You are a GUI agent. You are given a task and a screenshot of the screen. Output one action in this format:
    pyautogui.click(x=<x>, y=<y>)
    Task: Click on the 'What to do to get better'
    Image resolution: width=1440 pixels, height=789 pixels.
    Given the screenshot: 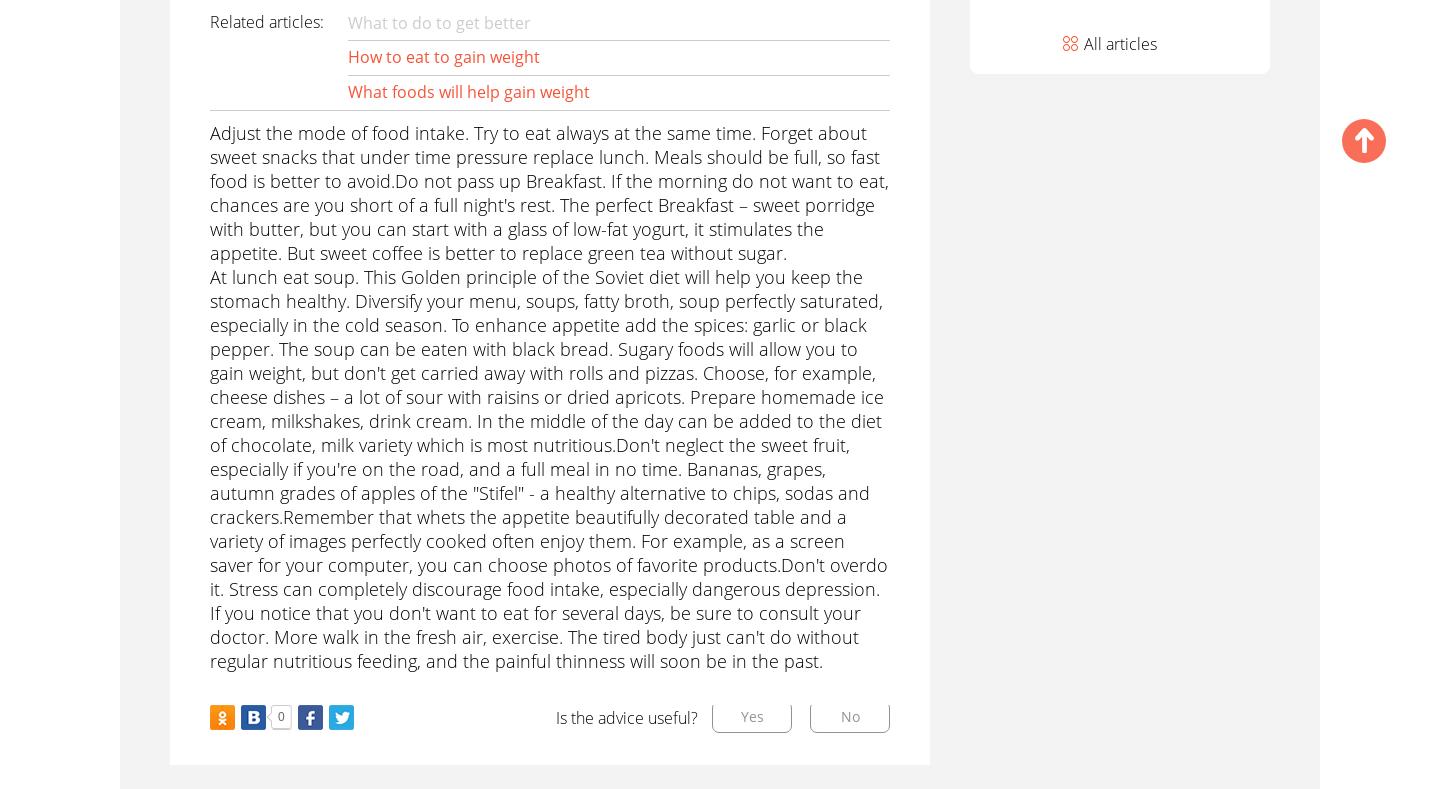 What is the action you would take?
    pyautogui.click(x=438, y=22)
    